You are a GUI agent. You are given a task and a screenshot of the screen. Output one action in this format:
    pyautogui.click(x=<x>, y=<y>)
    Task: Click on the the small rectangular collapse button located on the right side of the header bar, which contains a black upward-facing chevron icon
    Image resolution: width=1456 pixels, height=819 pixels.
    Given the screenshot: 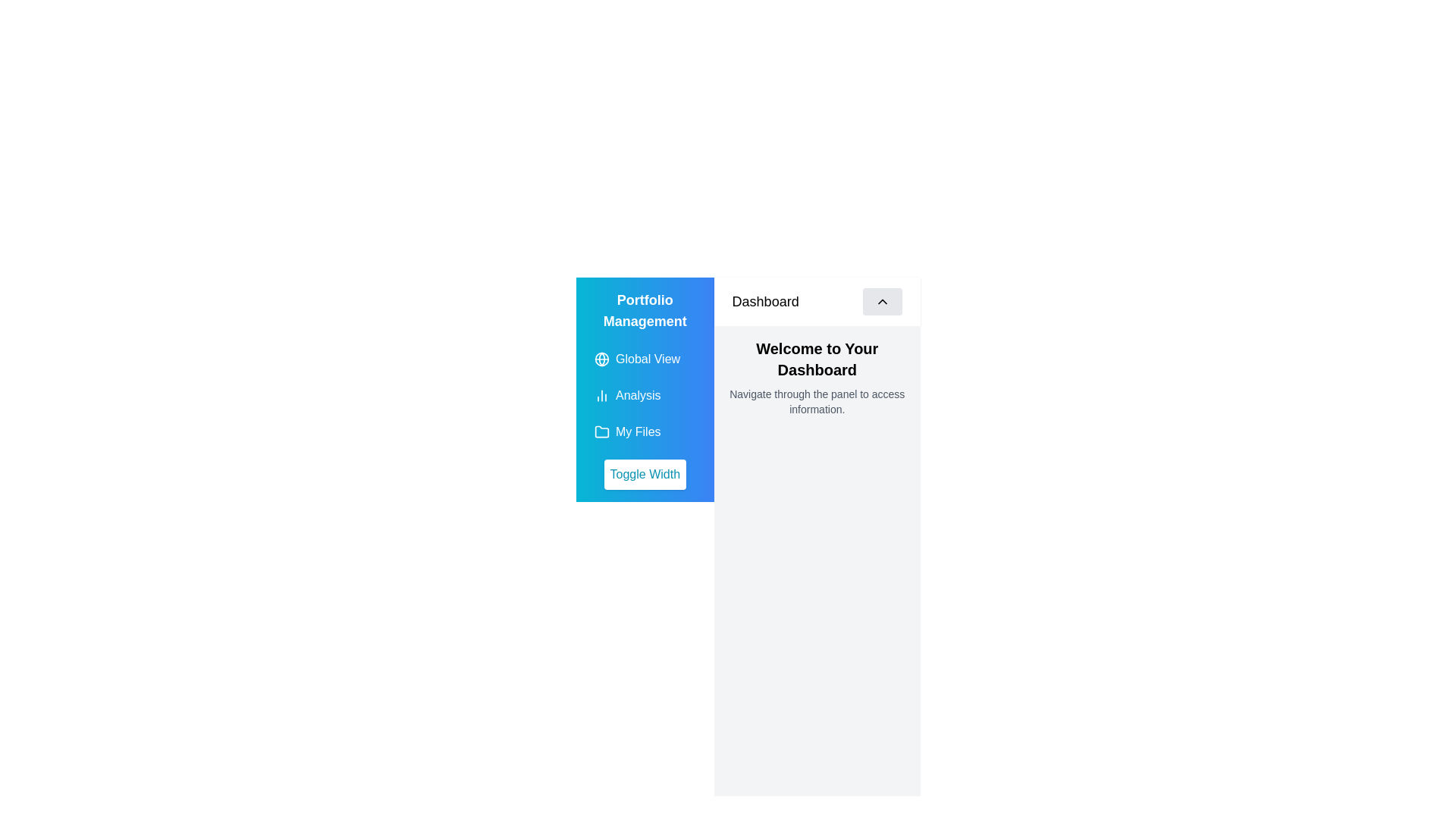 What is the action you would take?
    pyautogui.click(x=882, y=301)
    